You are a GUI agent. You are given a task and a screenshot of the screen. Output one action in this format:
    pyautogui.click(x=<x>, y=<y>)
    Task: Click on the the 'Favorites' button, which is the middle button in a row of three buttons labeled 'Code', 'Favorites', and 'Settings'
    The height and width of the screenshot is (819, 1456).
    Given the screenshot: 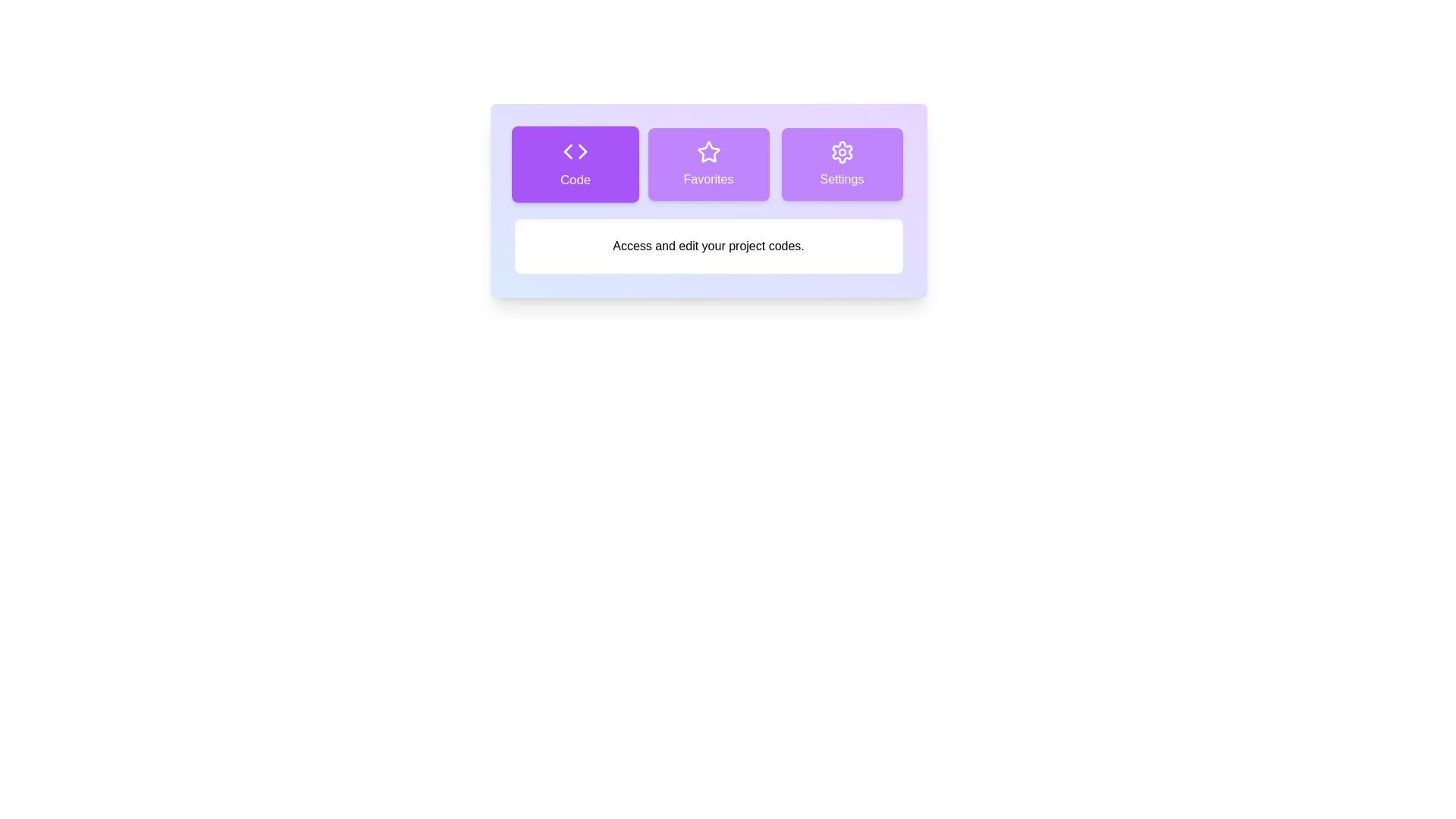 What is the action you would take?
    pyautogui.click(x=708, y=164)
    